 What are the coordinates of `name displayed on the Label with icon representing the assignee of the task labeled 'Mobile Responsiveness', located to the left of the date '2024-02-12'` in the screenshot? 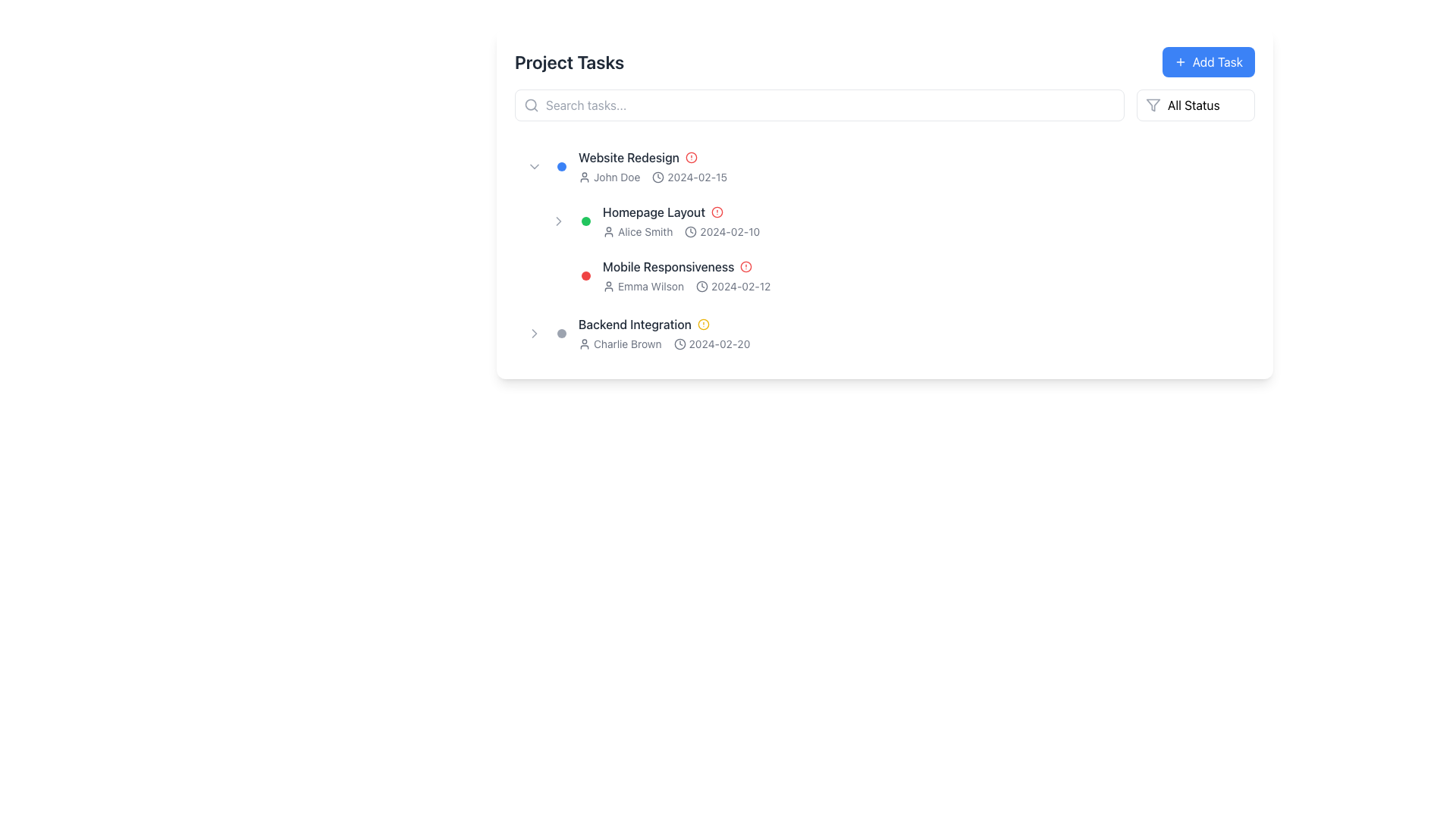 It's located at (643, 287).